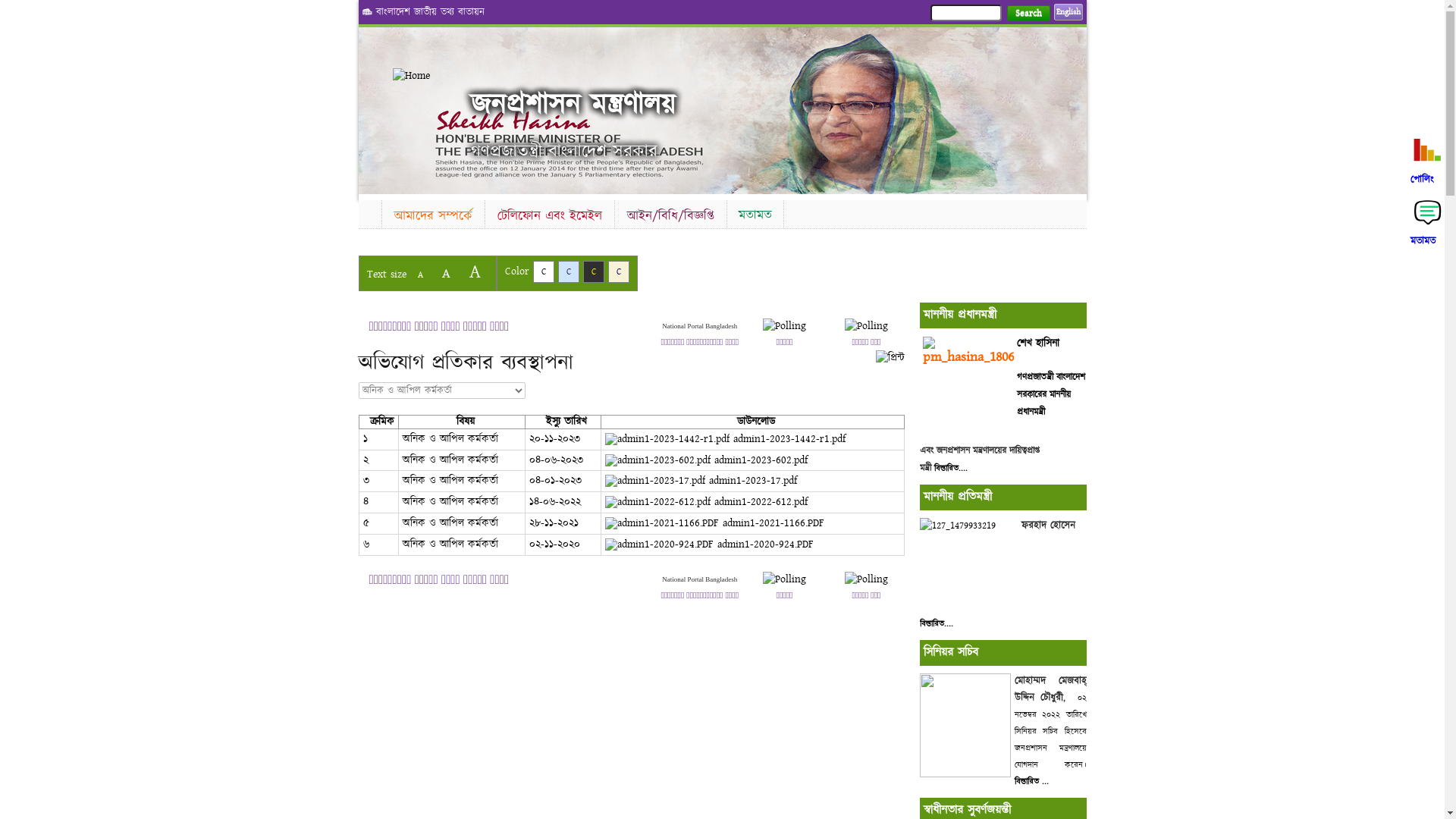 This screenshot has width=1456, height=819. I want to click on 'admin1-2021-1166.PDF', so click(714, 522).